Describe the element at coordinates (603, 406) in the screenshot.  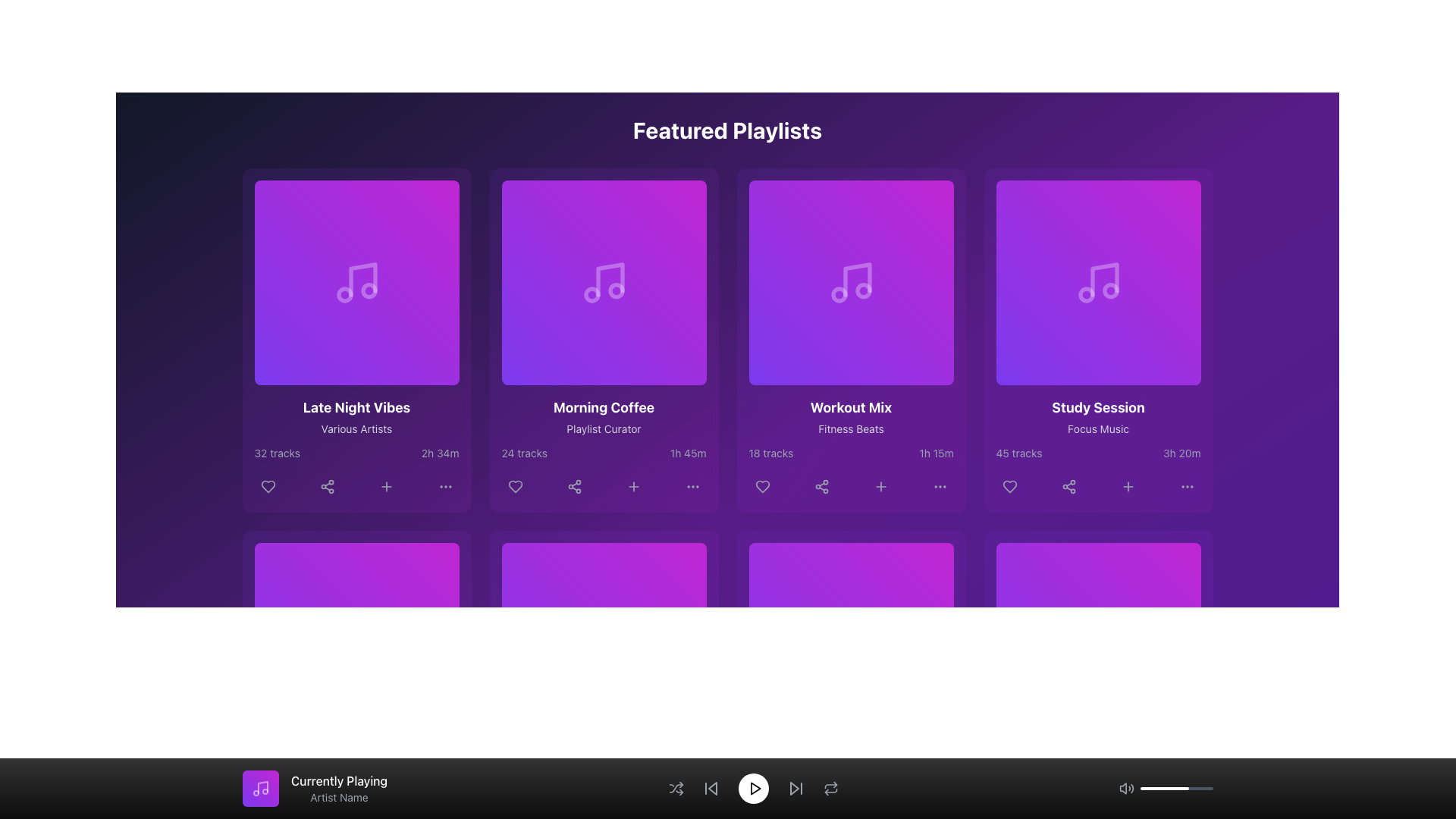
I see `the 'Morning Coffee' text label, which is displayed in a bold, white, large font style within a gradient card structure representing a playlist` at that location.